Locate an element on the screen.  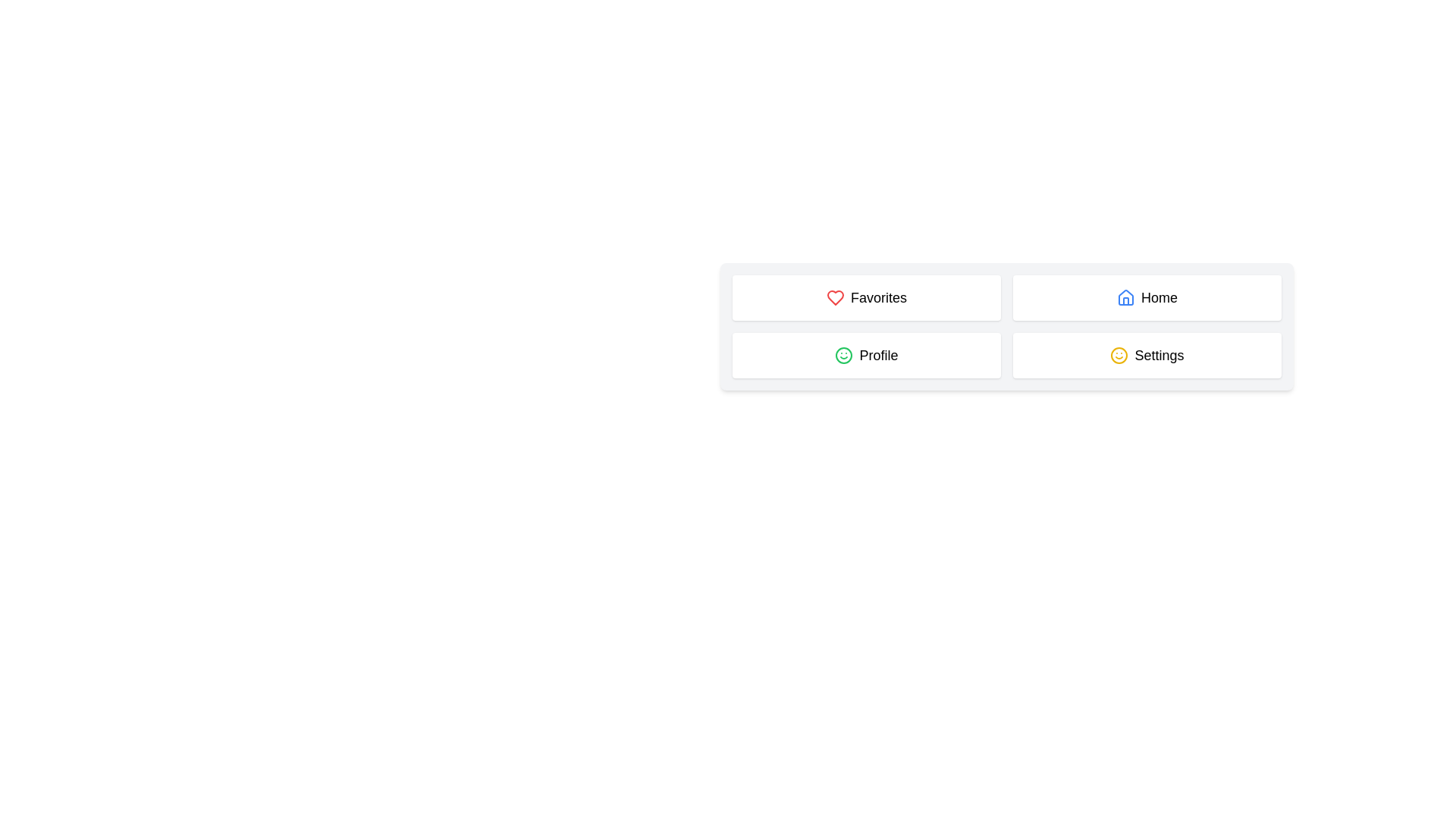
the 'Profile' button, which has a white rounded rectangular shape, a green circle with a smiling face icon on the left, and bold text on the right is located at coordinates (866, 356).